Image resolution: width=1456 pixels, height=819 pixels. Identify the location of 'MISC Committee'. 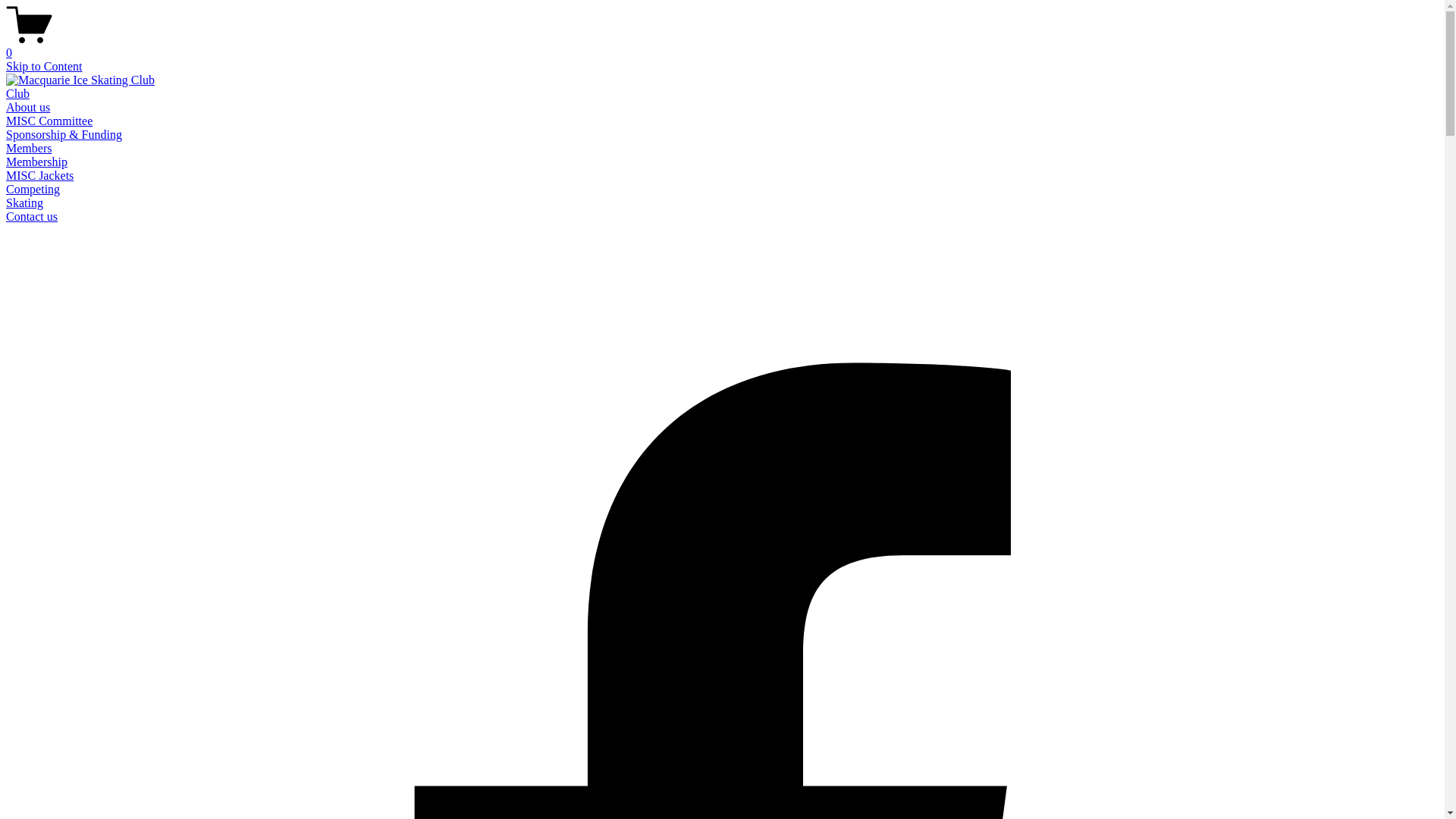
(49, 120).